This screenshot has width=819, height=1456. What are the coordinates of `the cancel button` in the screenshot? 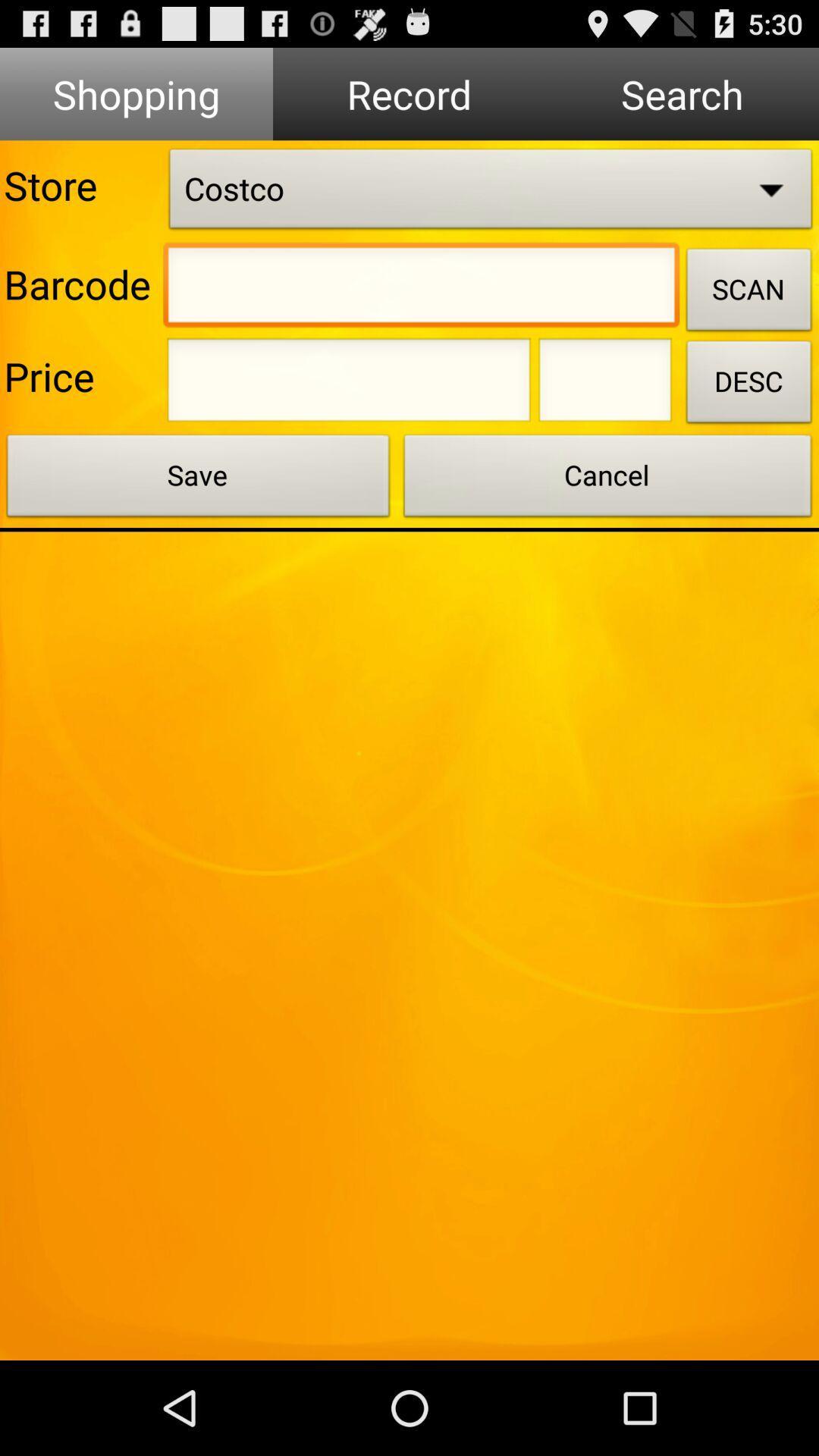 It's located at (607, 479).